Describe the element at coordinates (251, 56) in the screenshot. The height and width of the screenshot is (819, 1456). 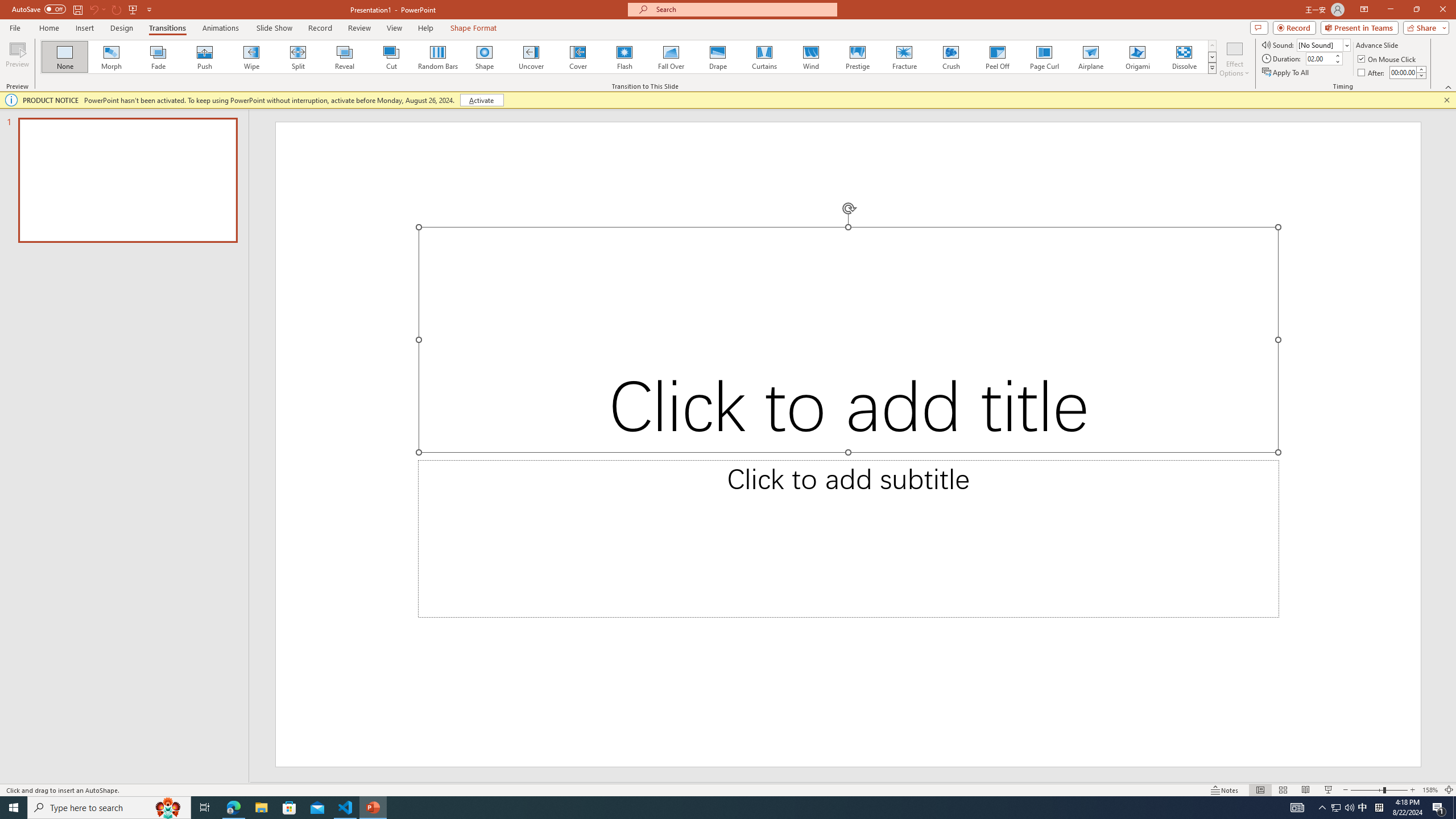
I see `'Wipe'` at that location.